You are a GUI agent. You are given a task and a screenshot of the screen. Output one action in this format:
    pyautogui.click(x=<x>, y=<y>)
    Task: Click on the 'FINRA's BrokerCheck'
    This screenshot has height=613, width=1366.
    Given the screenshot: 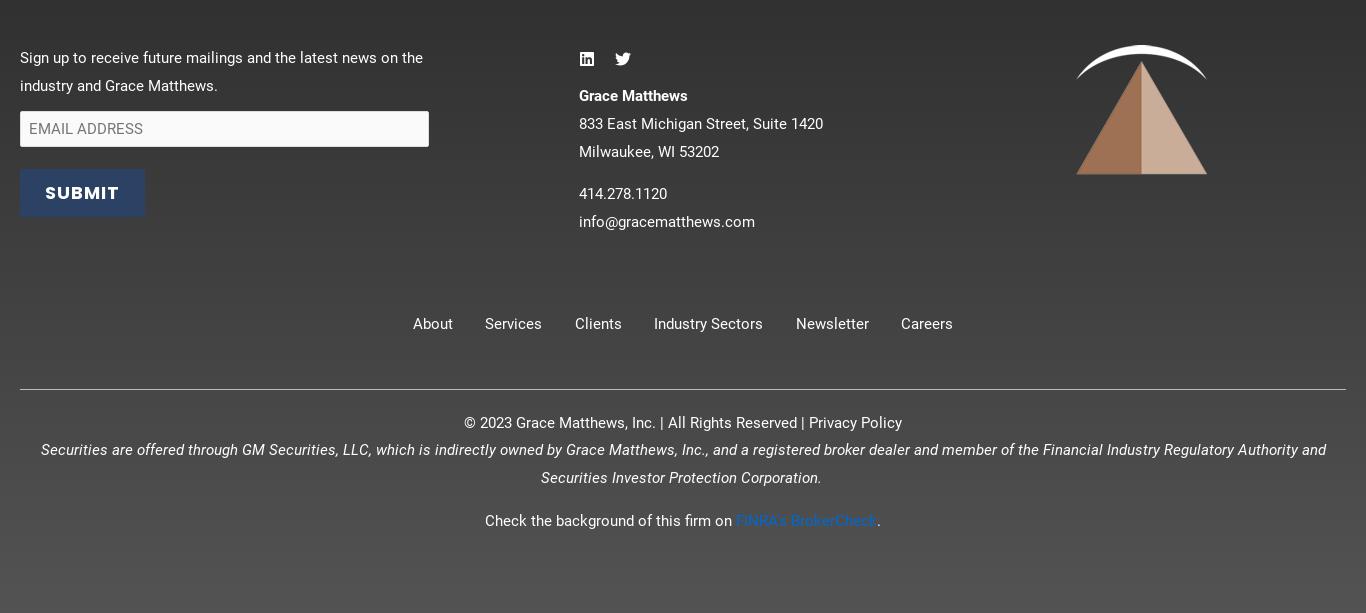 What is the action you would take?
    pyautogui.click(x=805, y=519)
    